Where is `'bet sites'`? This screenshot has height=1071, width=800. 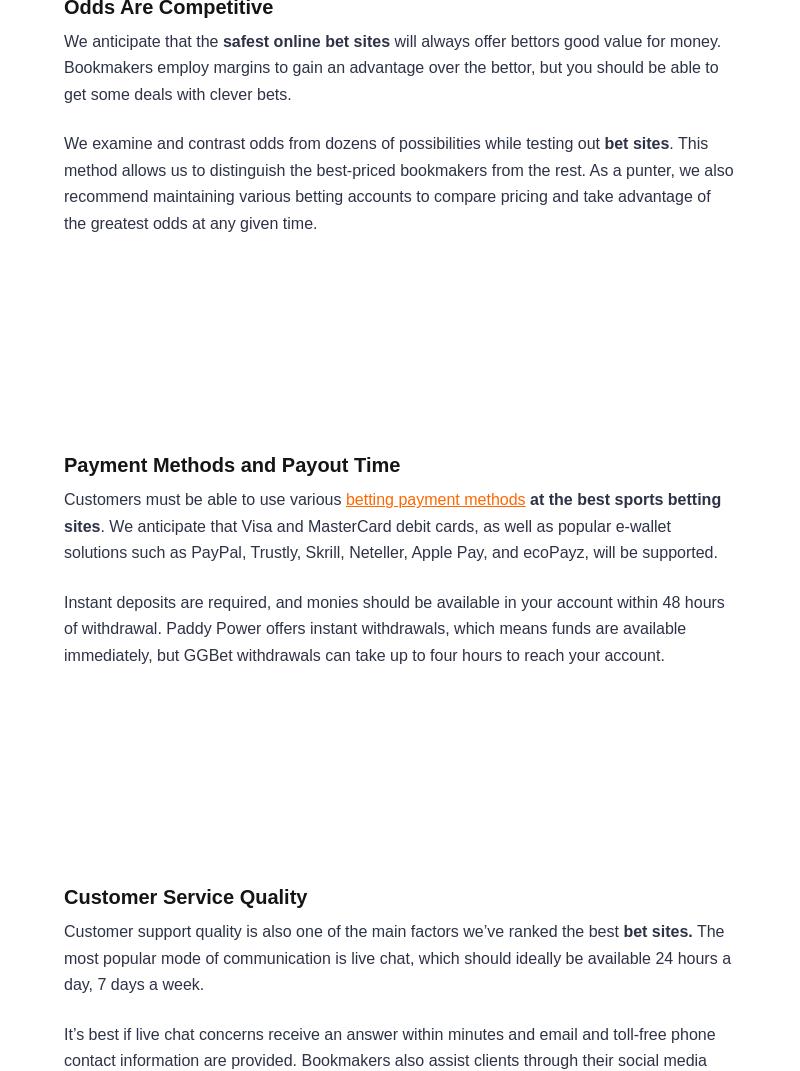 'bet sites' is located at coordinates (635, 143).